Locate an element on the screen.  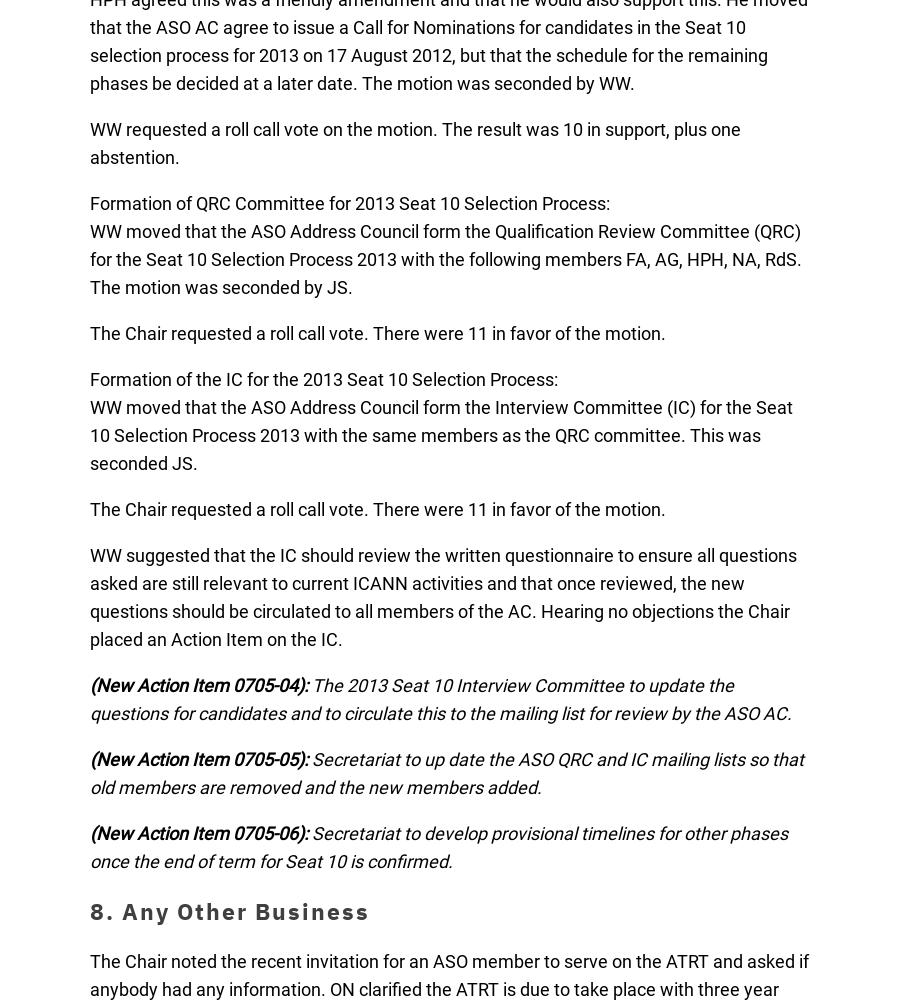
'Formation of the IC for the 2013 Seat 10 Selection Process:' is located at coordinates (324, 379).